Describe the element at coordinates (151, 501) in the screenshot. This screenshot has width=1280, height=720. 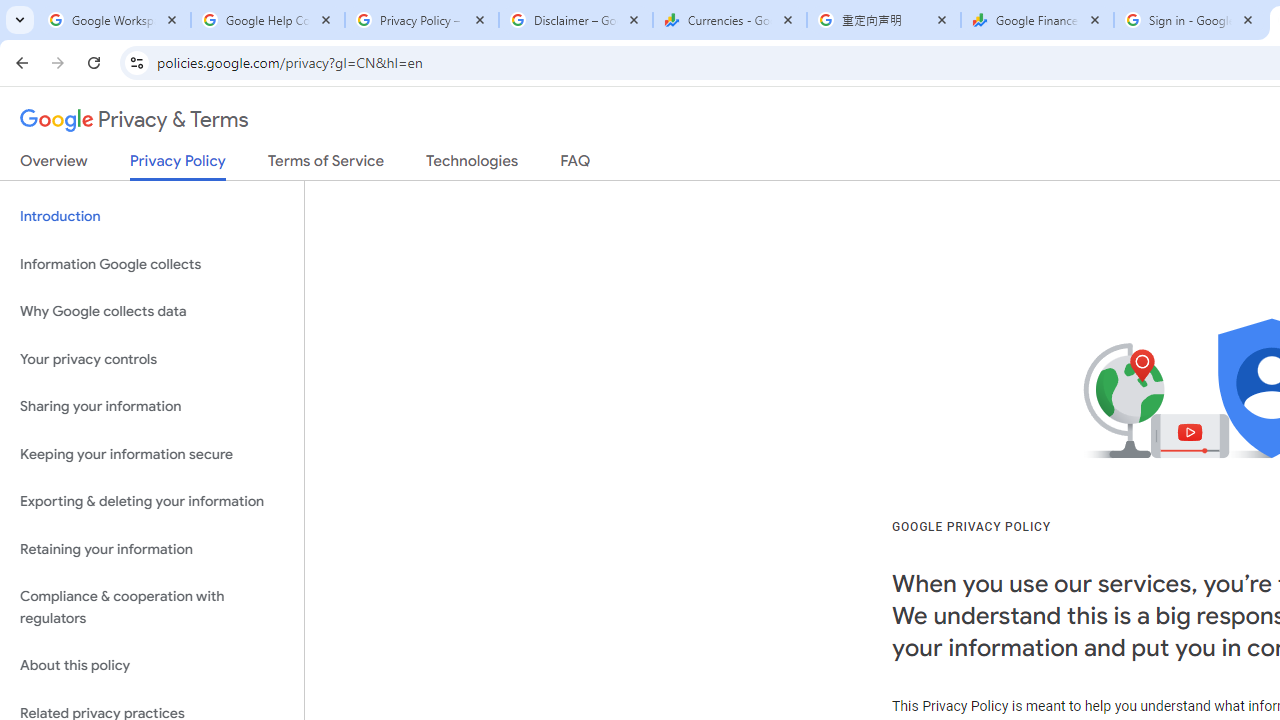
I see `'Exporting & deleting your information'` at that location.